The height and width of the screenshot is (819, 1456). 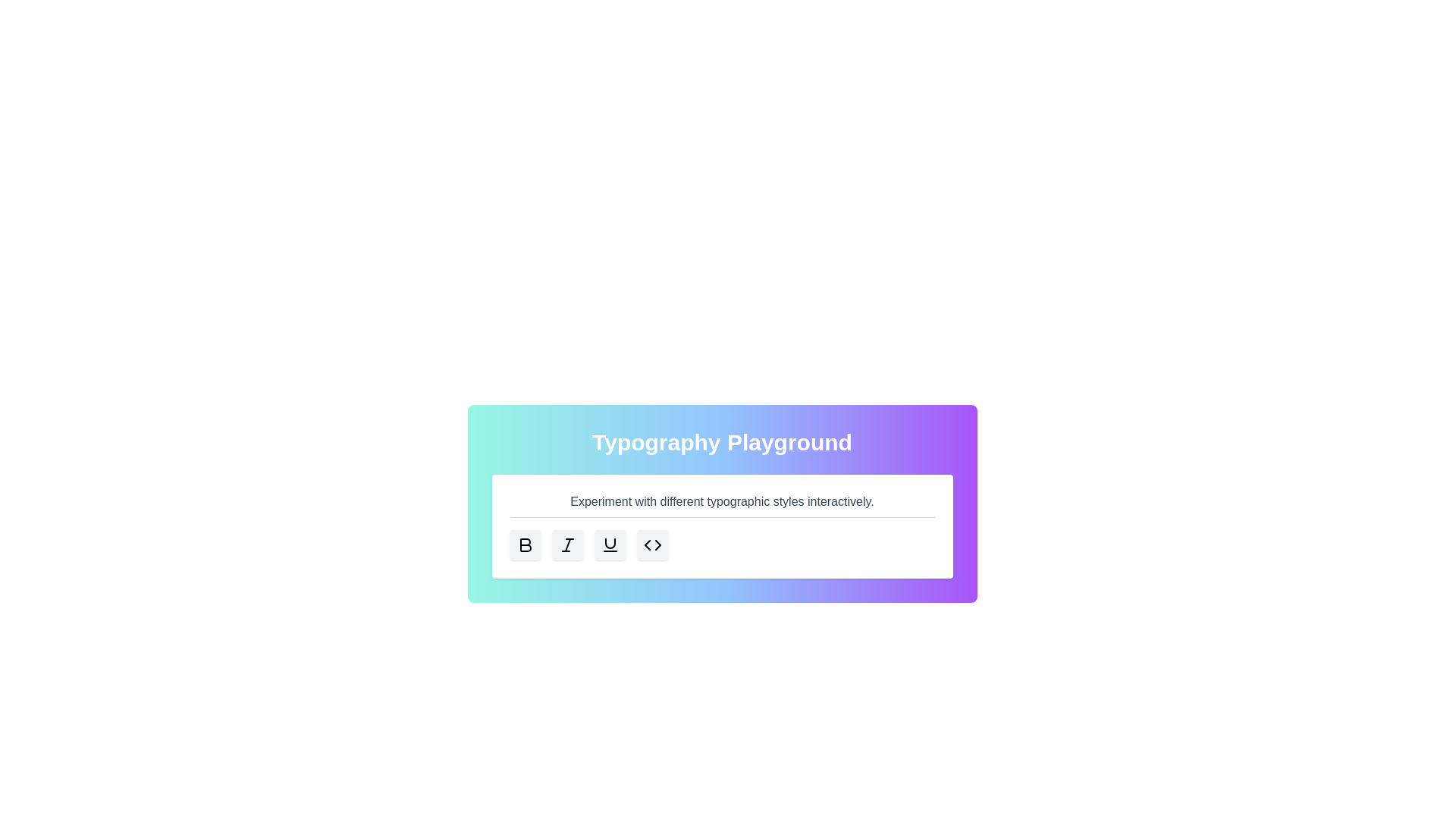 What do you see at coordinates (525, 544) in the screenshot?
I see `the bold styling tool icon located in the leftmost position of the toolbar beneath the 'Experiment with different typographic styles interactively' label to trigger hover effects` at bounding box center [525, 544].